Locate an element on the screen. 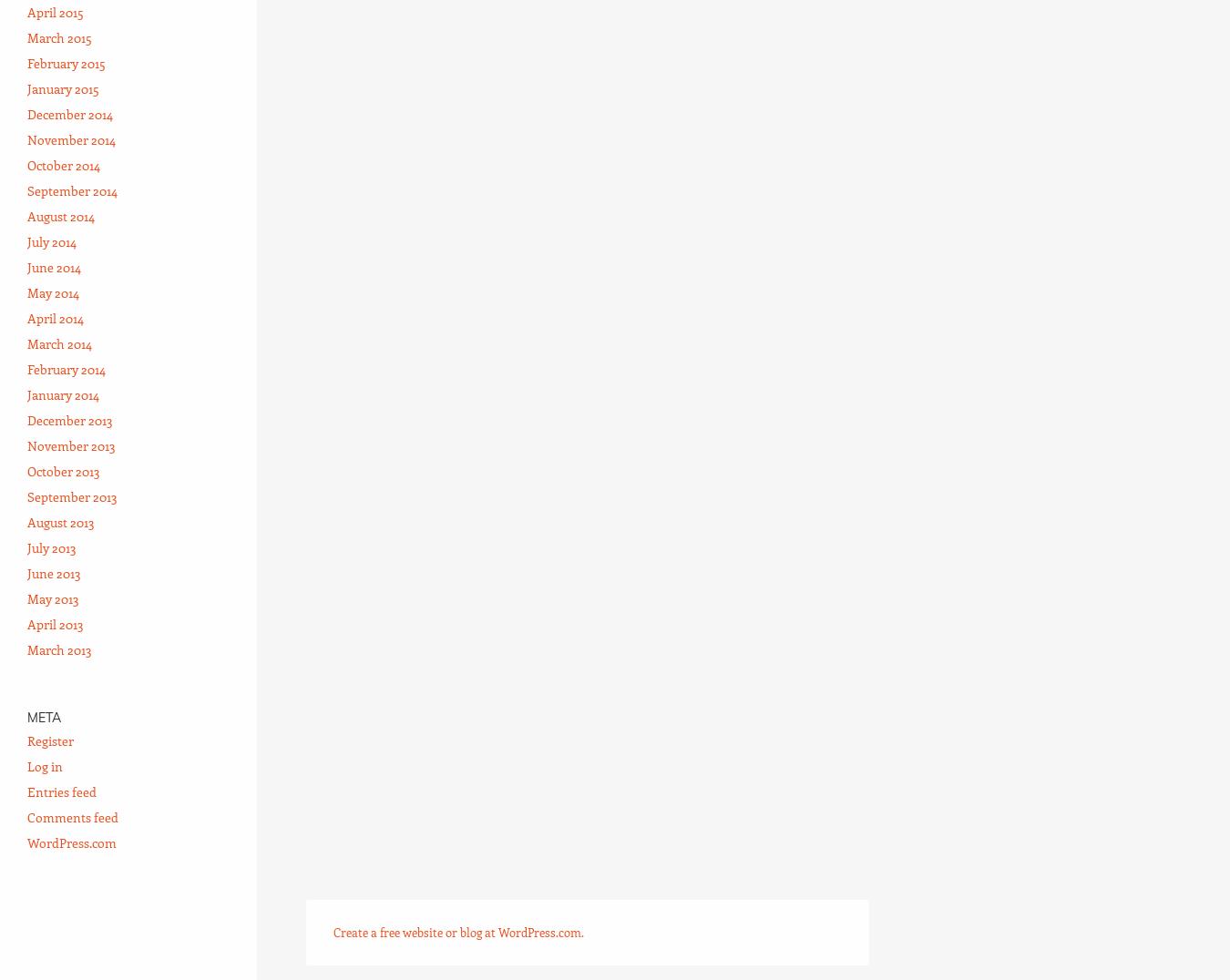 This screenshot has height=980, width=1230. 'March 2013' is located at coordinates (58, 648).